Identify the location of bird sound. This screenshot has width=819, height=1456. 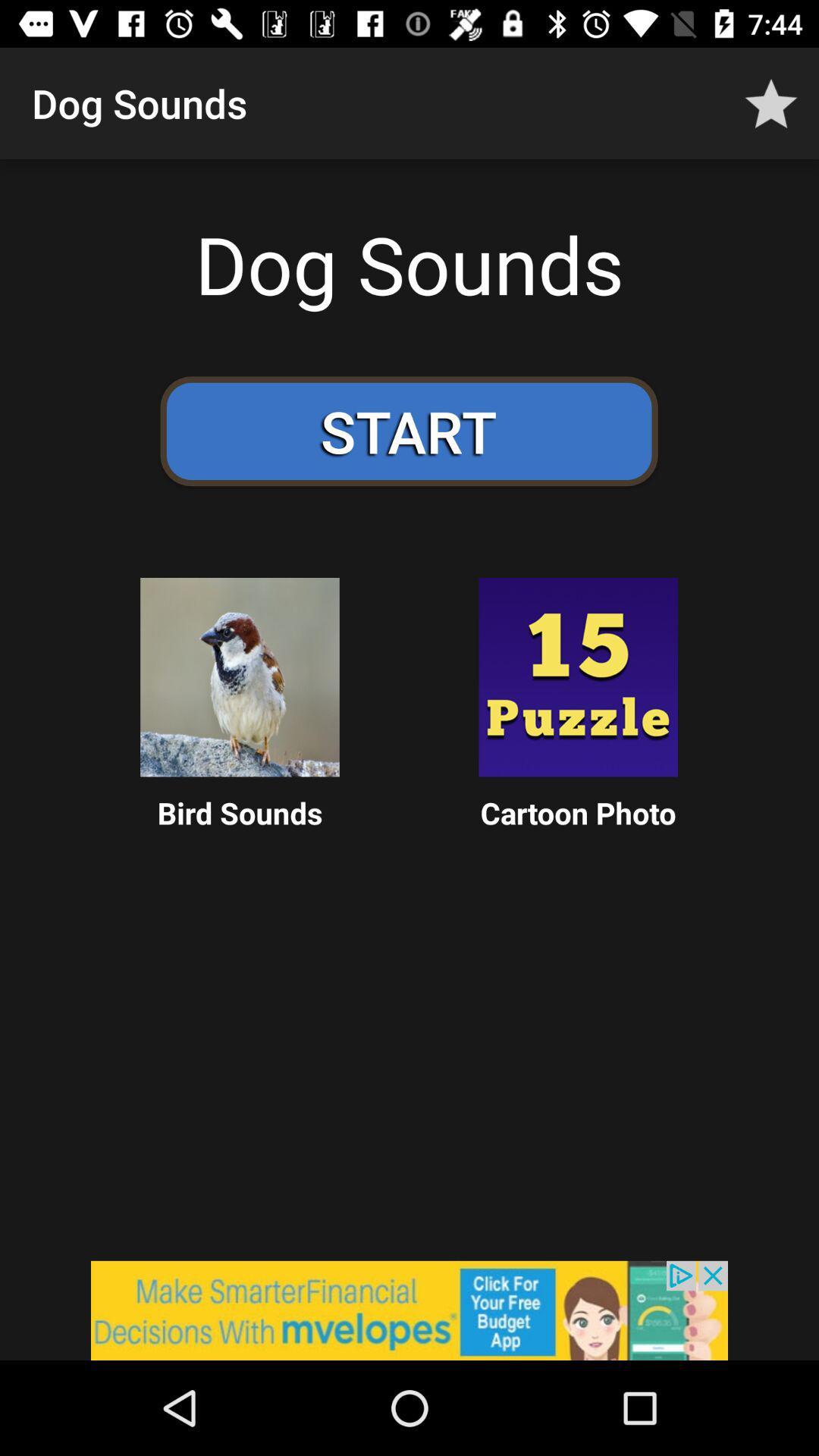
(239, 676).